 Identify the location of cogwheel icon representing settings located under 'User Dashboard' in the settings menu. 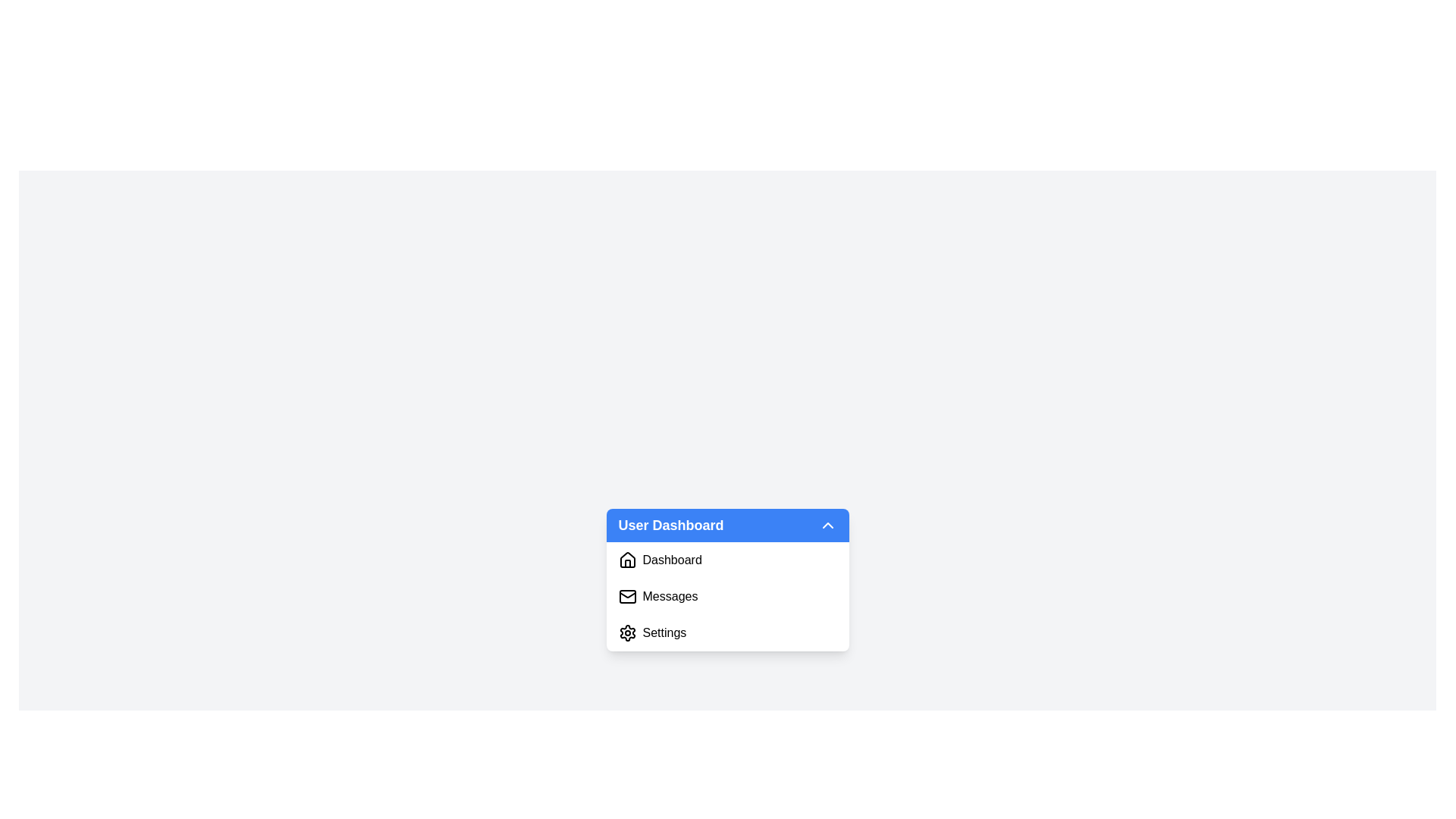
(627, 632).